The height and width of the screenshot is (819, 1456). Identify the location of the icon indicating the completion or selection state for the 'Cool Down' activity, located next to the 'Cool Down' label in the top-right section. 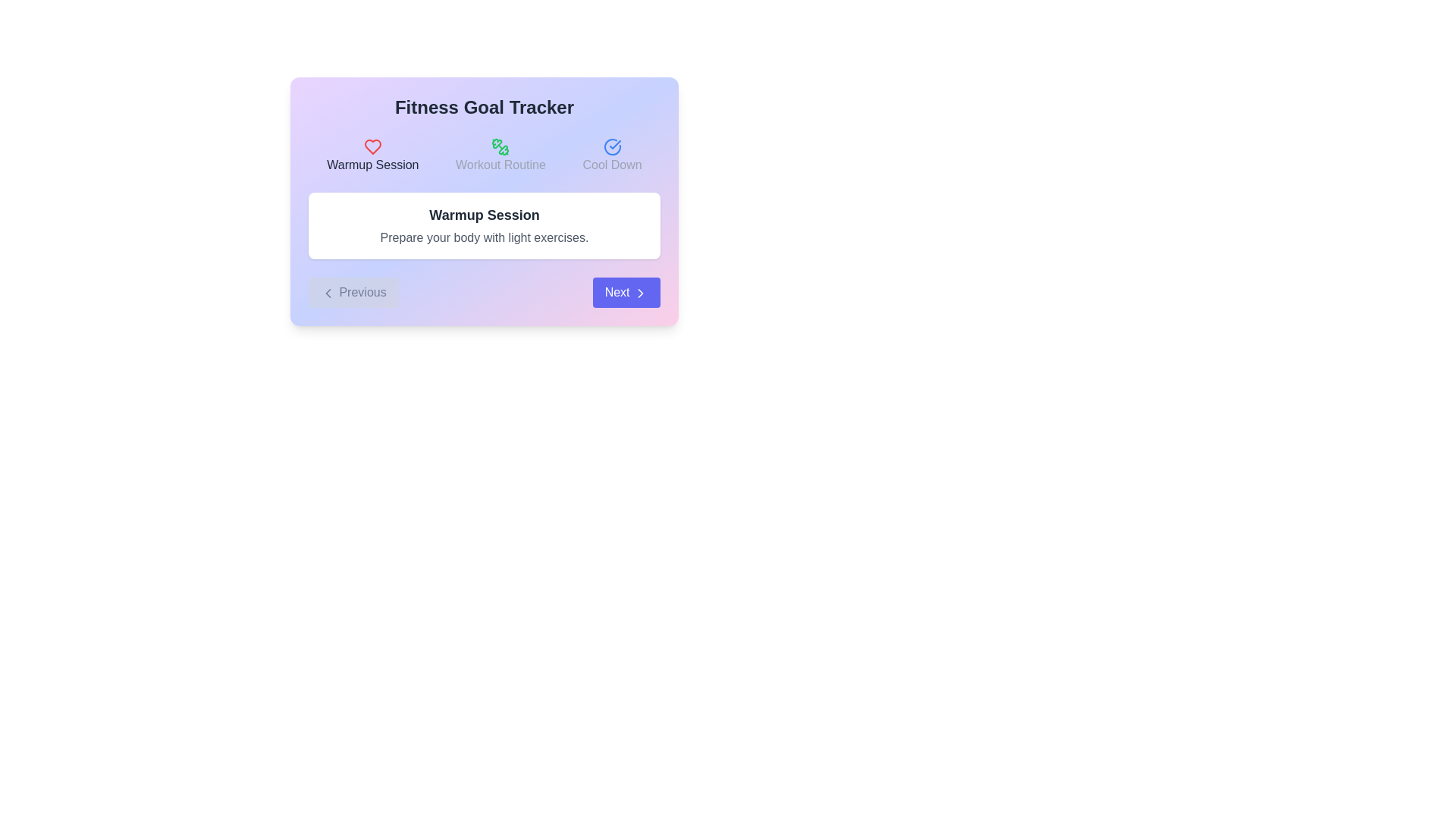
(612, 146).